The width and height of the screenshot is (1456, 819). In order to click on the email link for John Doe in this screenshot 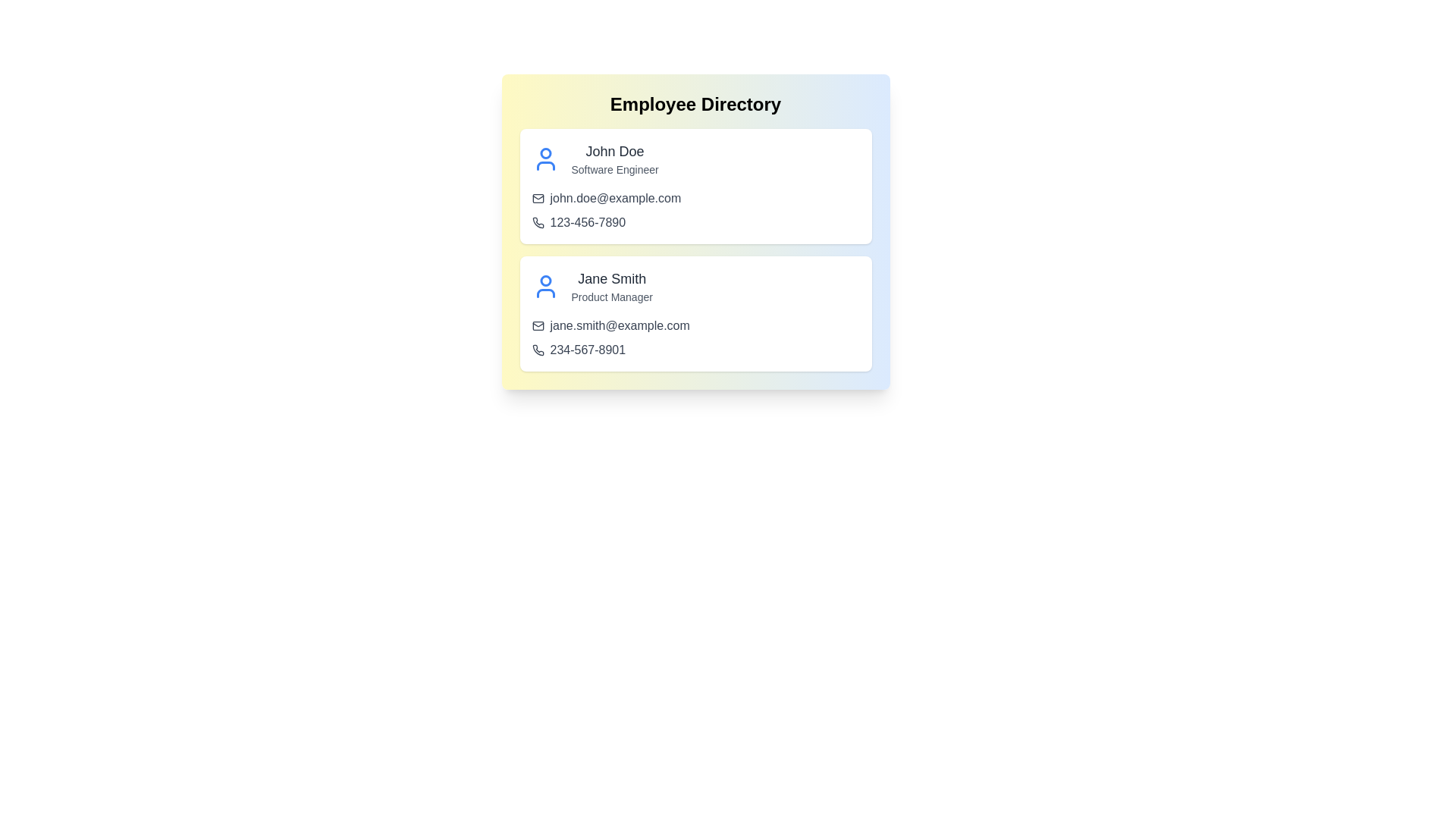, I will do `click(695, 198)`.